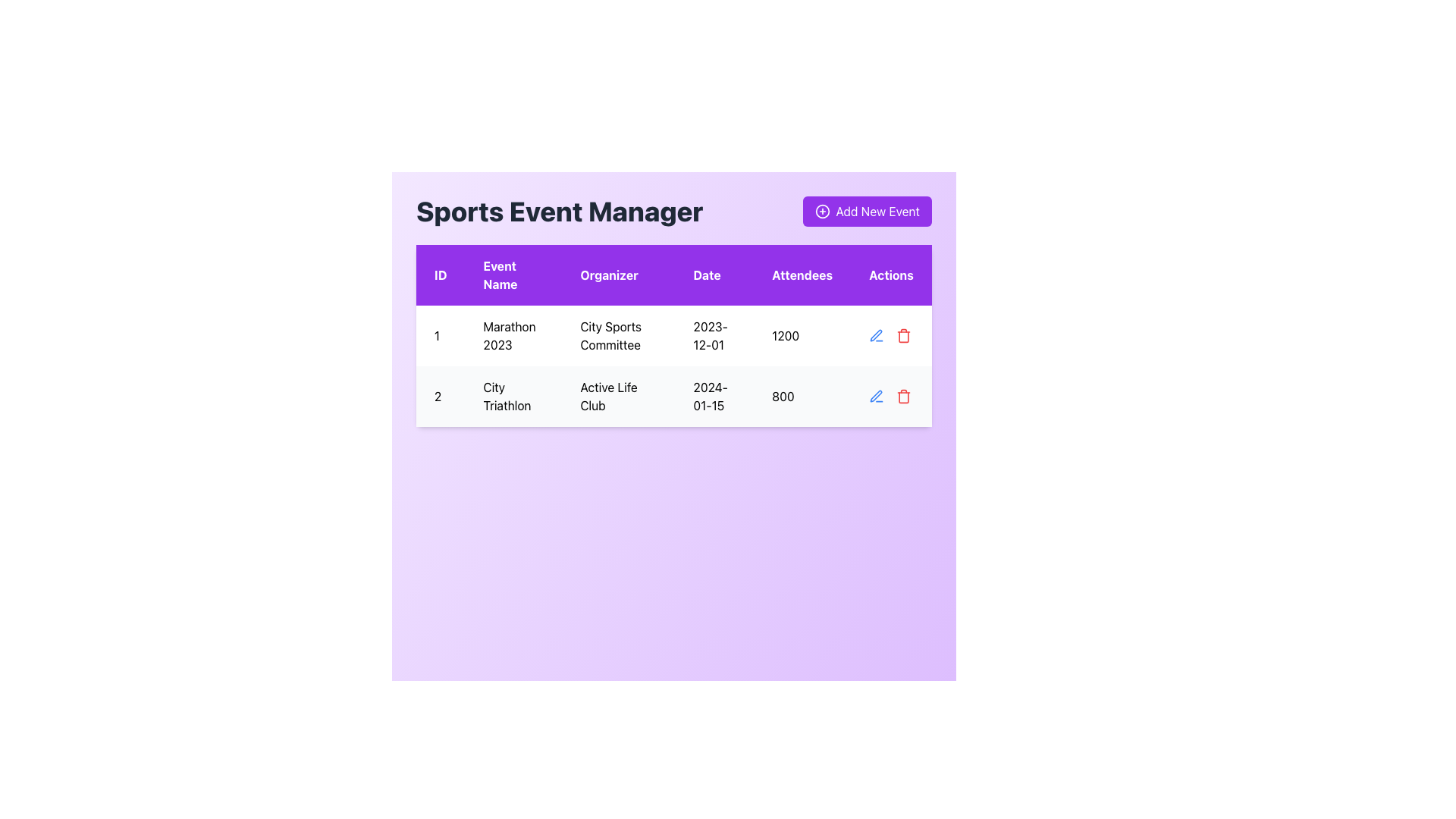  Describe the element at coordinates (714, 335) in the screenshot. I see `the text display component showing the date '2023-12-01' in the first row of the table under the 'Date' column` at that location.